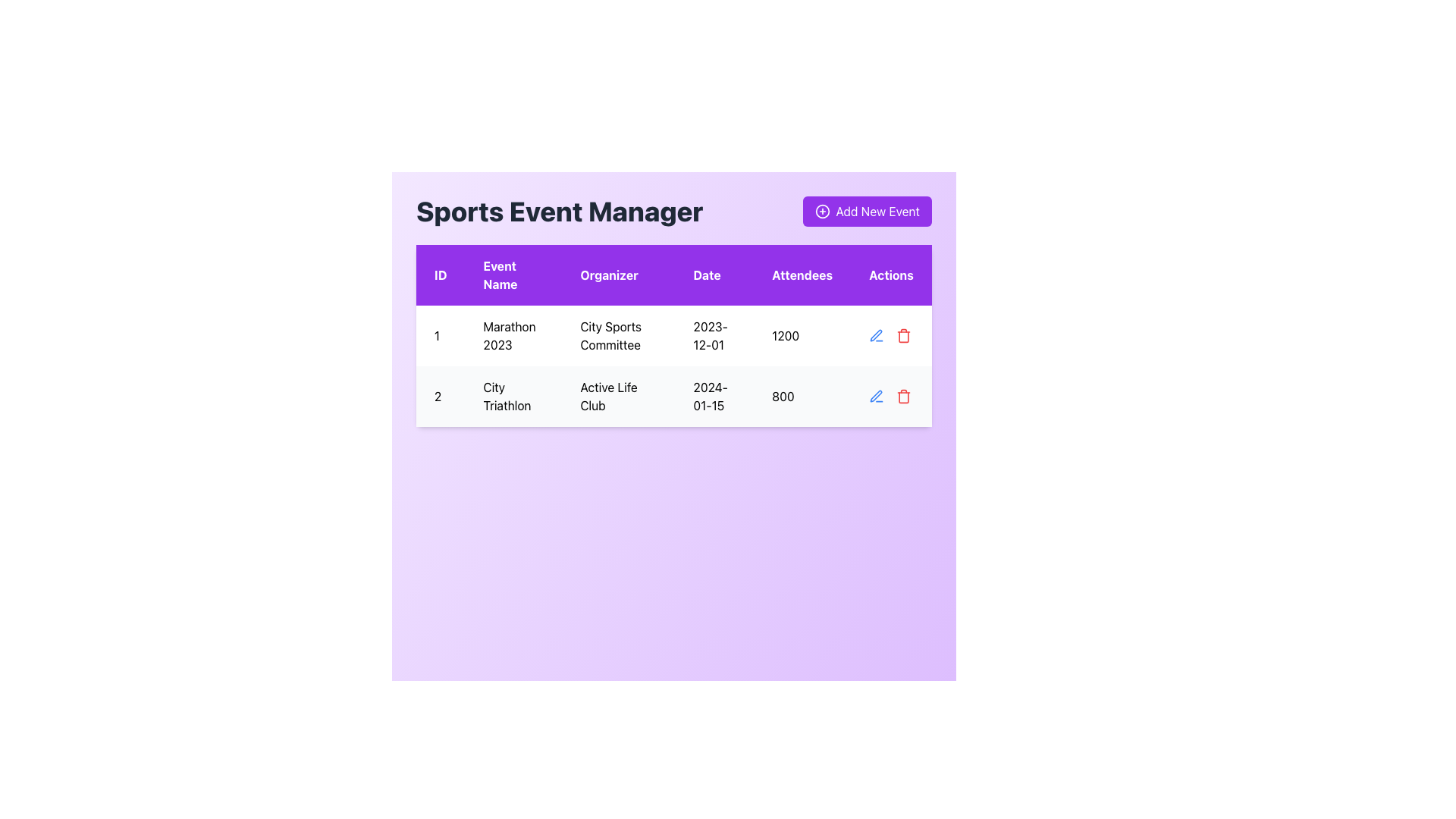  Describe the element at coordinates (714, 335) in the screenshot. I see `the text display component showing the date '2023-12-01' in the first row of the table under the 'Date' column` at that location.